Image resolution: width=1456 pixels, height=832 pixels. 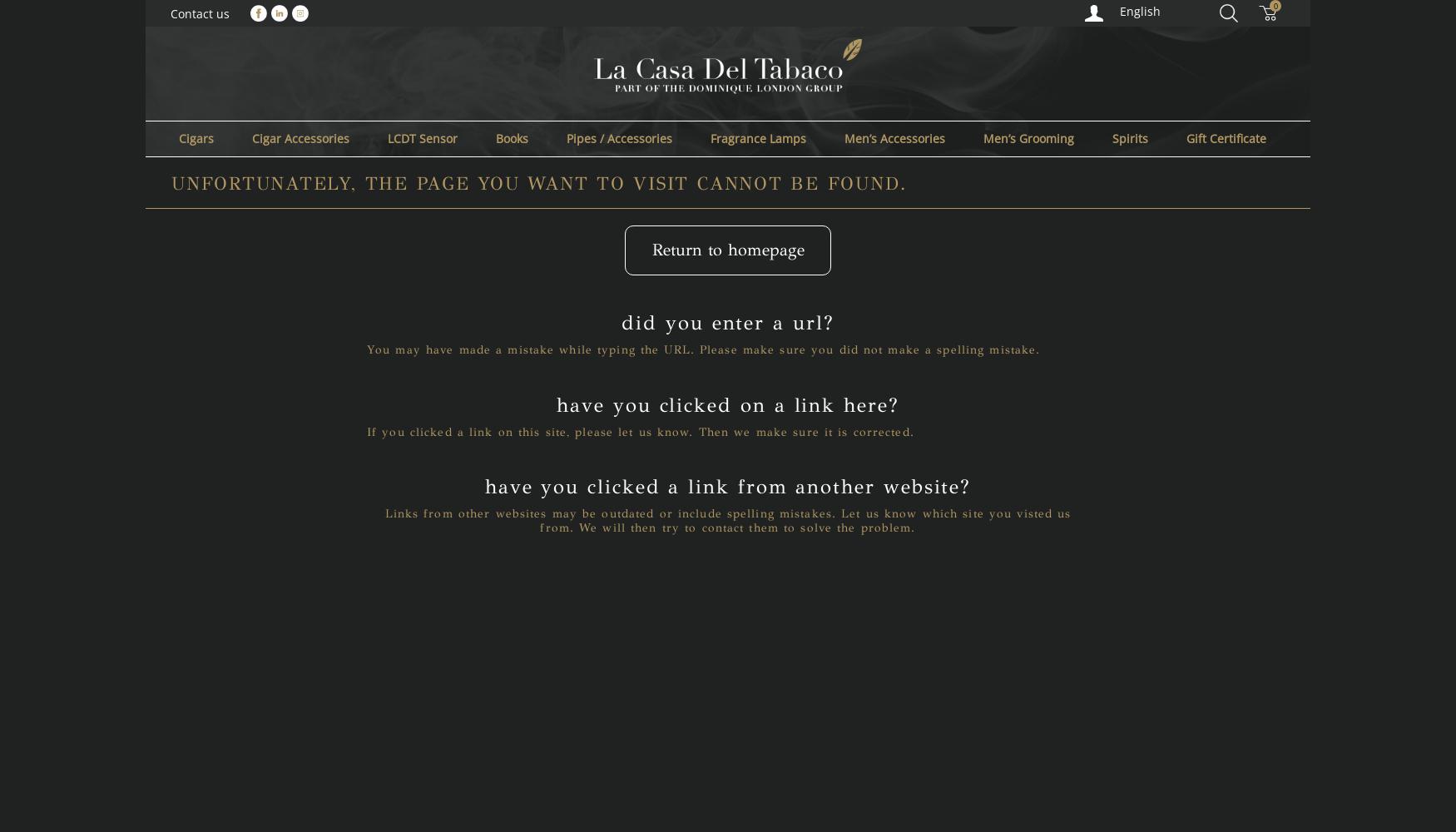 What do you see at coordinates (171, 182) in the screenshot?
I see `'Unfortunately, the page you want to visit cannot be found.'` at bounding box center [171, 182].